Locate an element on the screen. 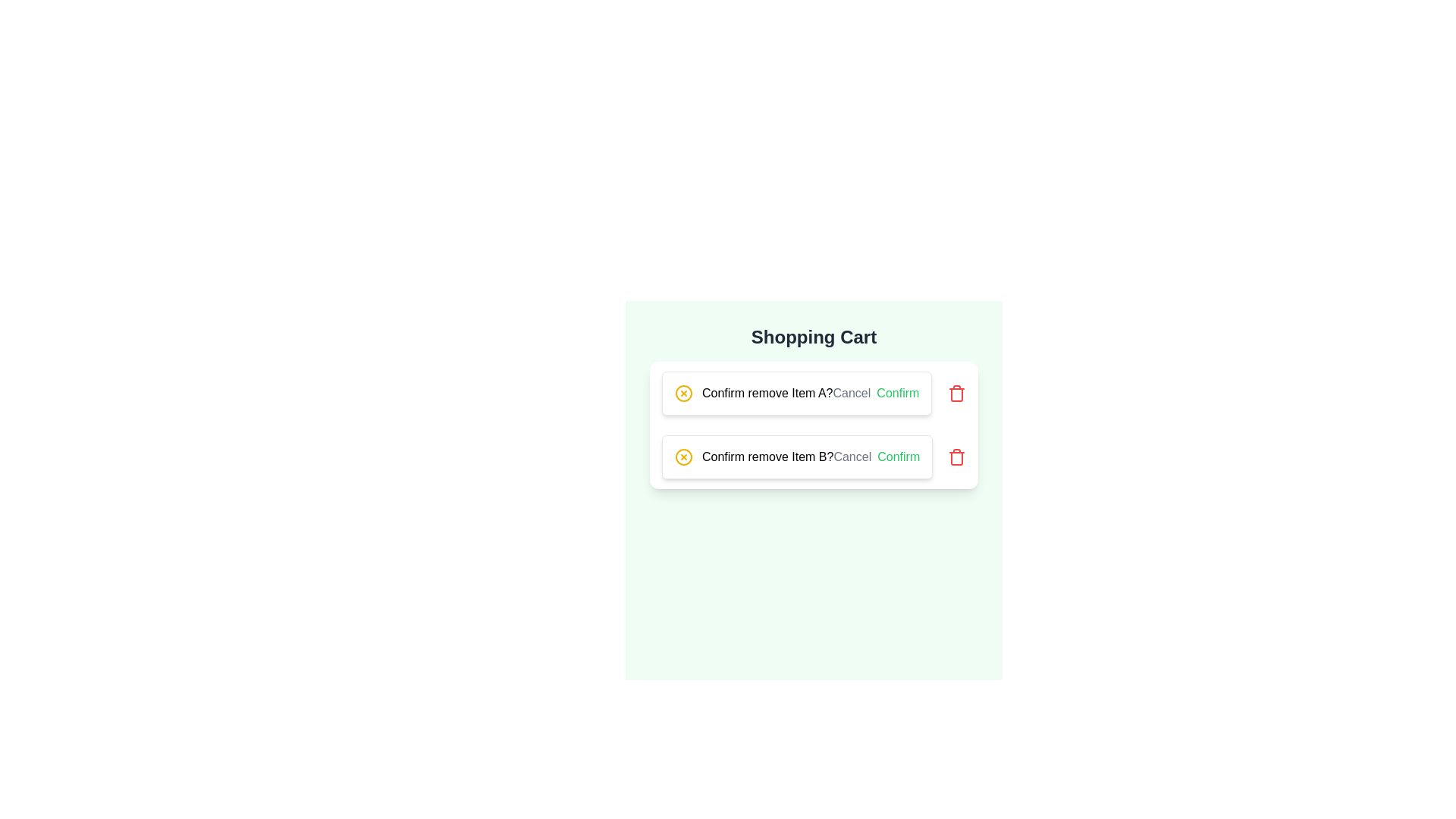  the interactive card that prompts 'Confirm remove Item B?' which includes 'Cancel' and 'Confirm' buttons, located in the lower half of the shopping cart layout is located at coordinates (813, 456).